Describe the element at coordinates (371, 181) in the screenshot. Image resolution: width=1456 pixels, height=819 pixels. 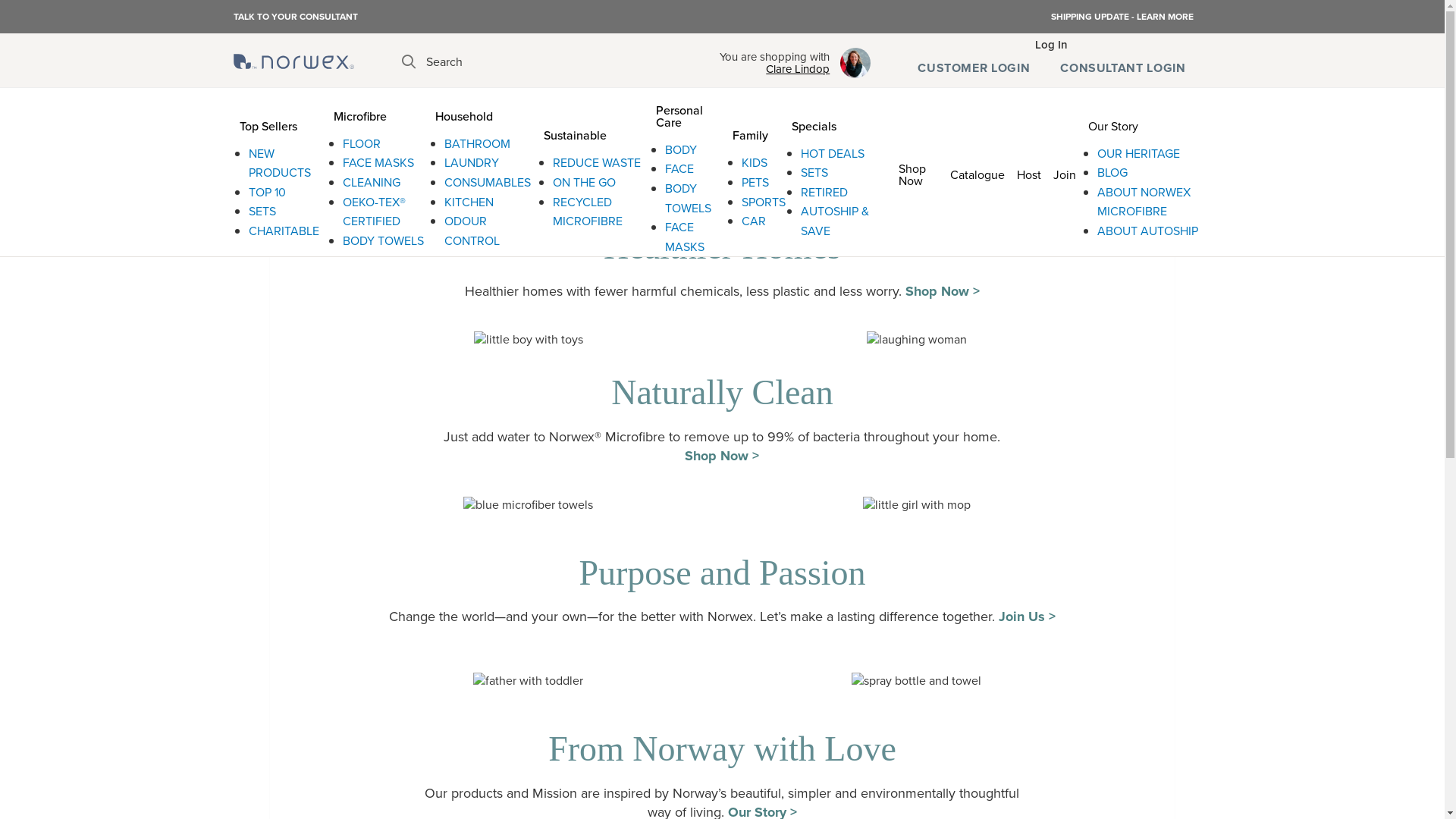
I see `'CLEANING'` at that location.